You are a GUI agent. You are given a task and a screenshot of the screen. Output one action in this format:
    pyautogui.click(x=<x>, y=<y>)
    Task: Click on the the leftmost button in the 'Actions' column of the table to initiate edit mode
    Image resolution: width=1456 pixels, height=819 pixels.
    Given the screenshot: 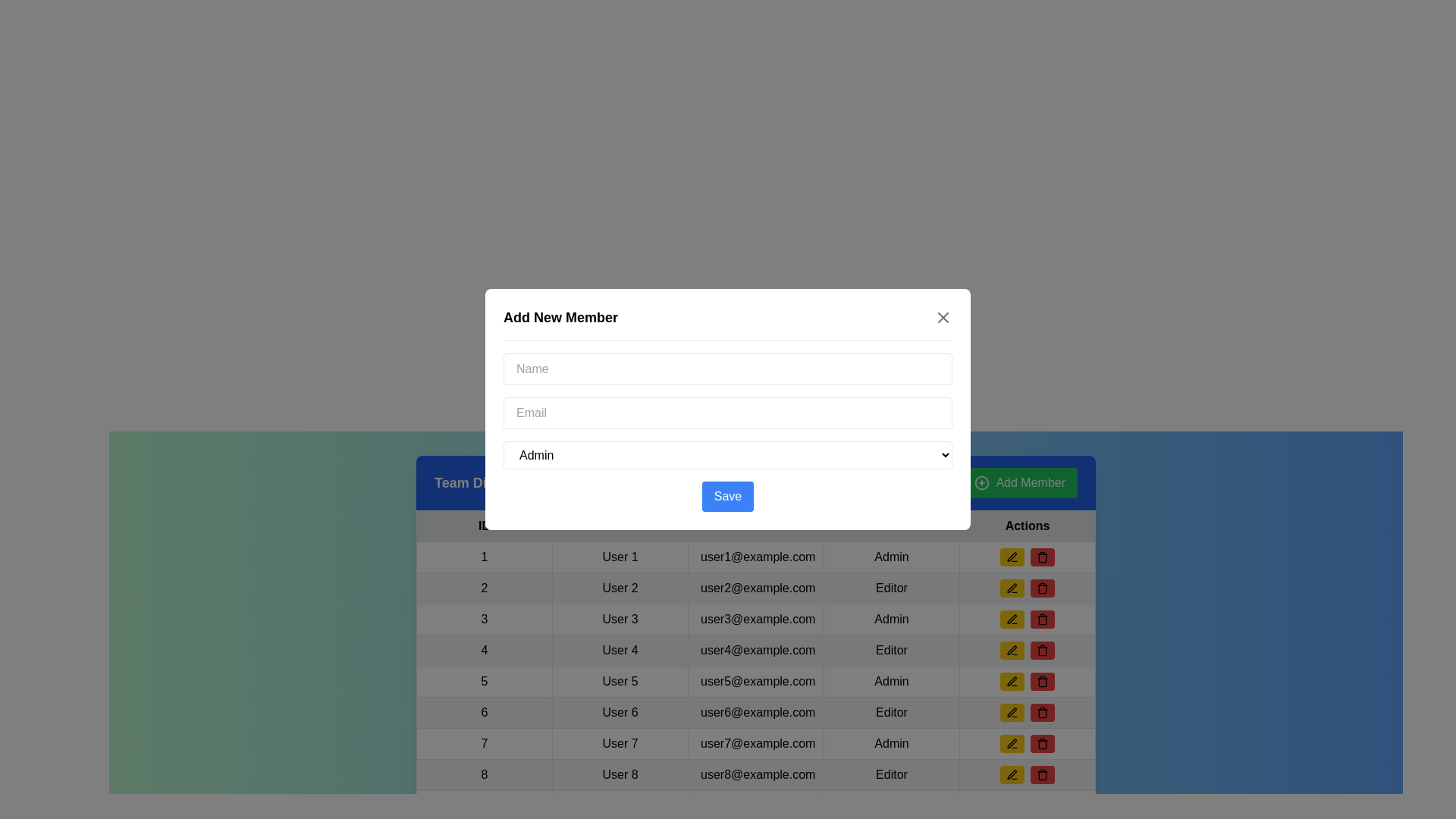 What is the action you would take?
    pyautogui.click(x=1012, y=557)
    